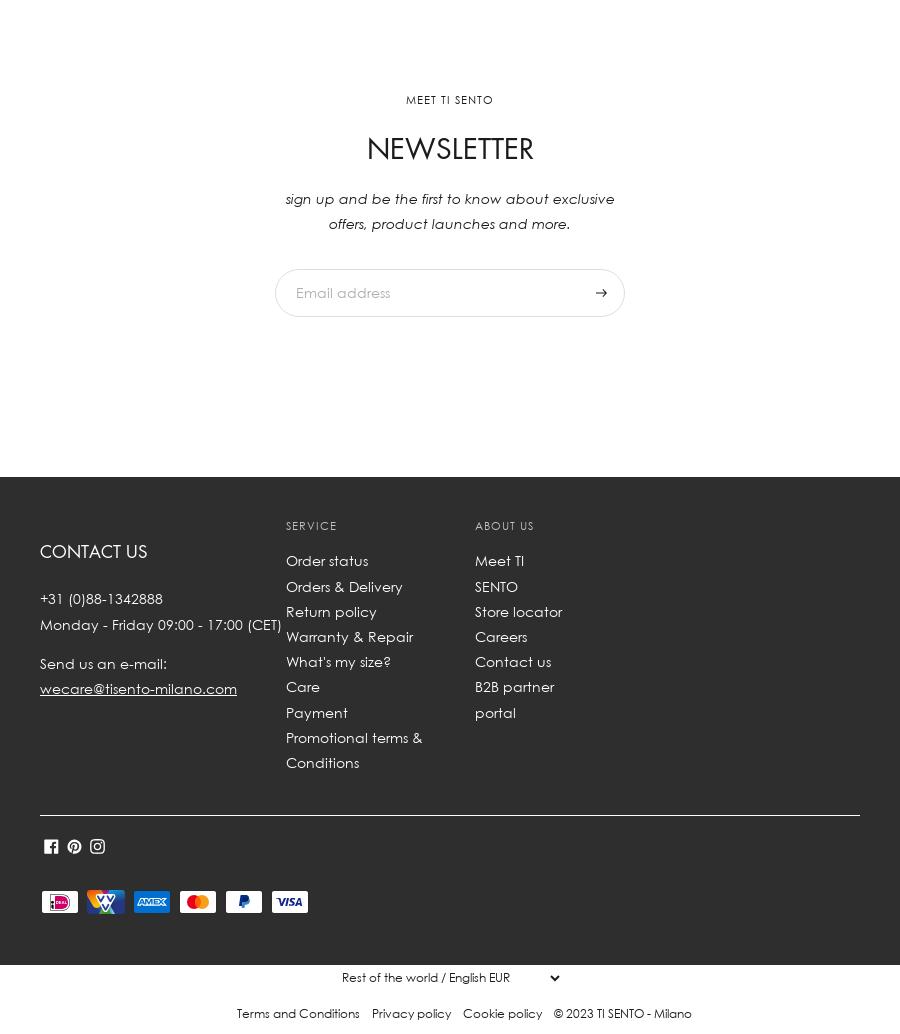  I want to click on 'Orders & Delivery', so click(344, 585).